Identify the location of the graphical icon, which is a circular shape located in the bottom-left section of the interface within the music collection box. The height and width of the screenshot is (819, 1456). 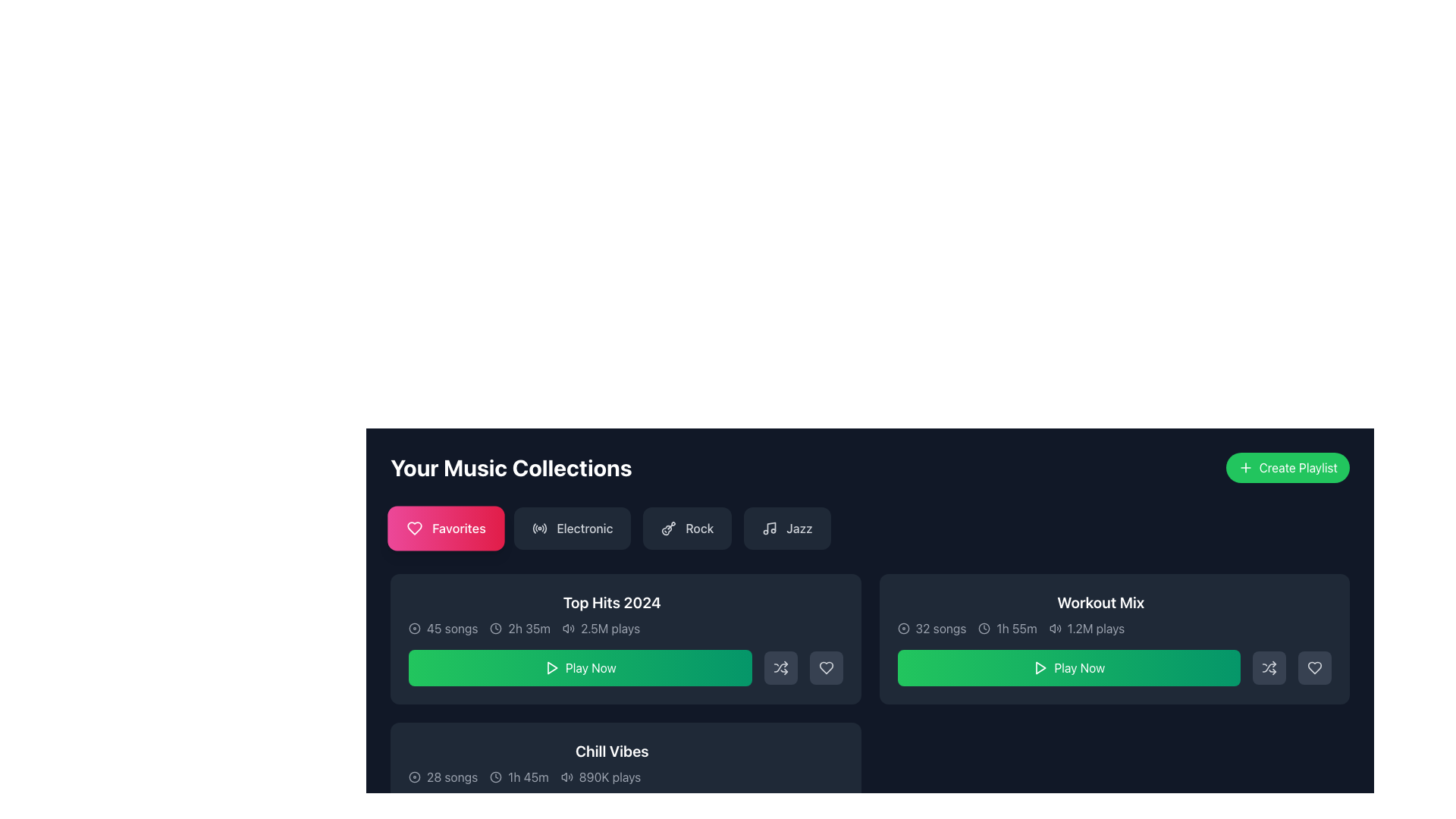
(415, 777).